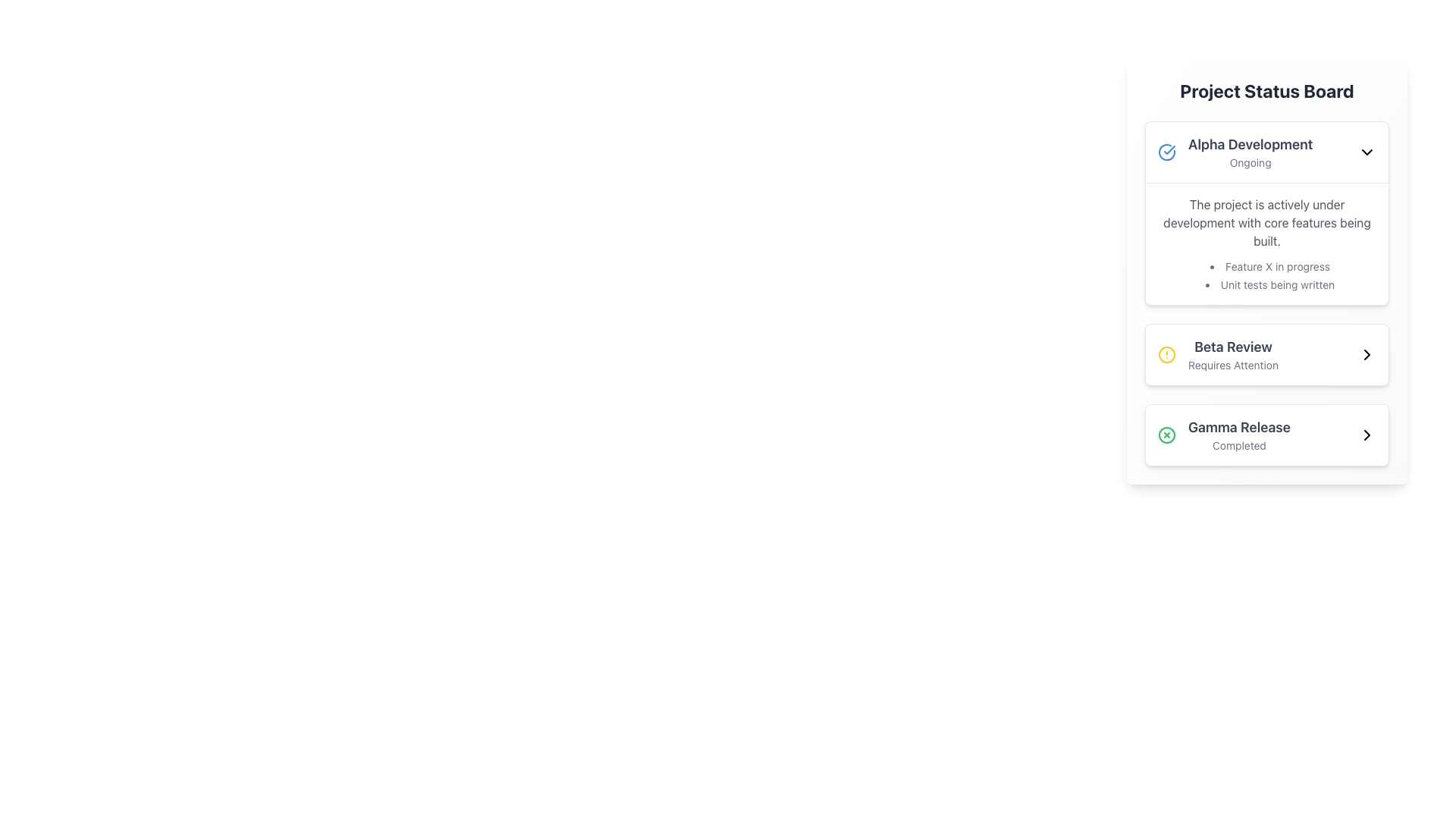 The height and width of the screenshot is (819, 1456). Describe the element at coordinates (1224, 435) in the screenshot. I see `the Text label indicating the current status of the 'Gamma Release' project, located in the 'Gamma Release' section of the 'Project Status Board'` at that location.